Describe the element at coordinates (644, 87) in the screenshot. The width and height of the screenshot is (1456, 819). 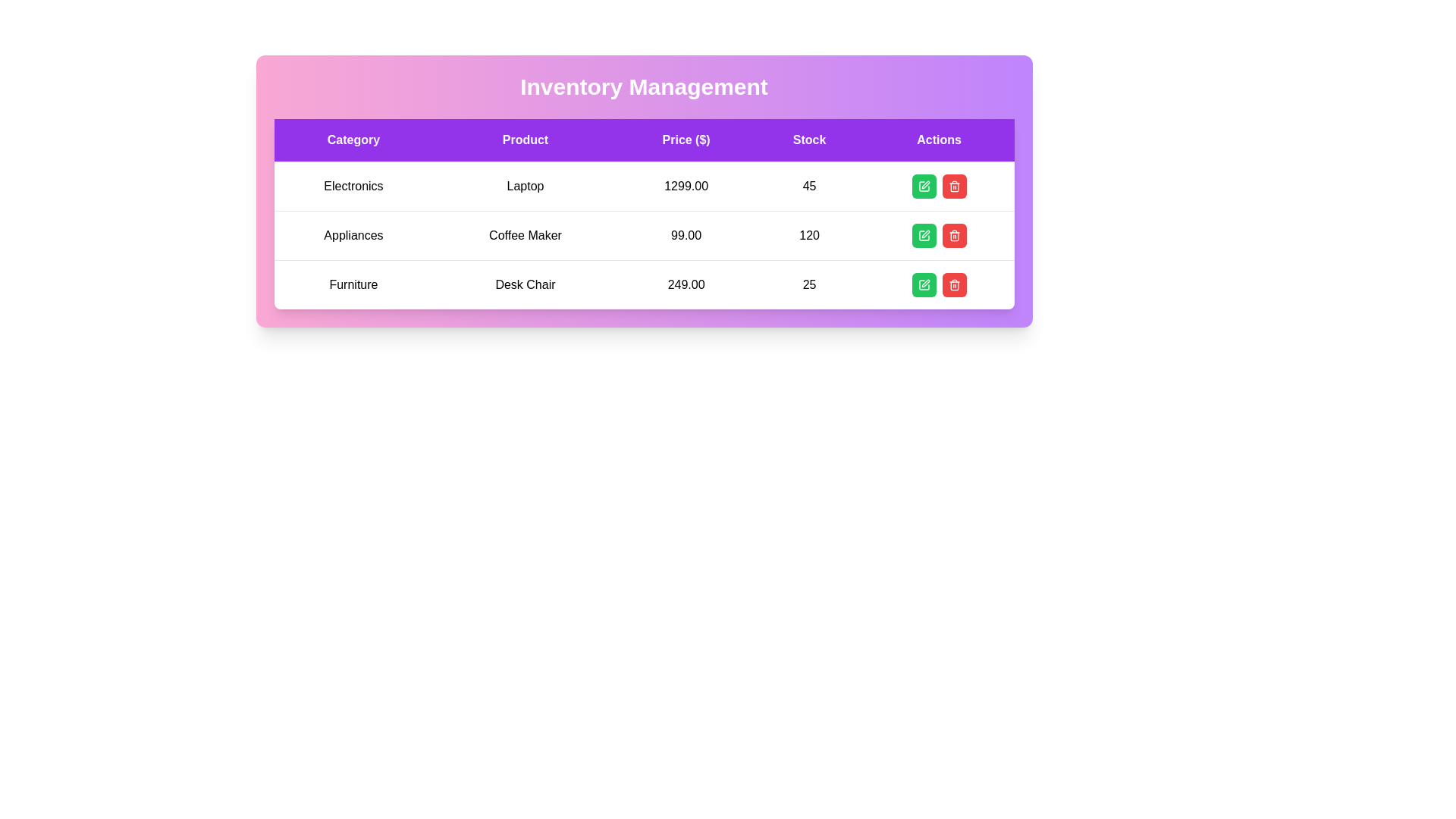
I see `the text element displaying 'Inventory Management'` at that location.